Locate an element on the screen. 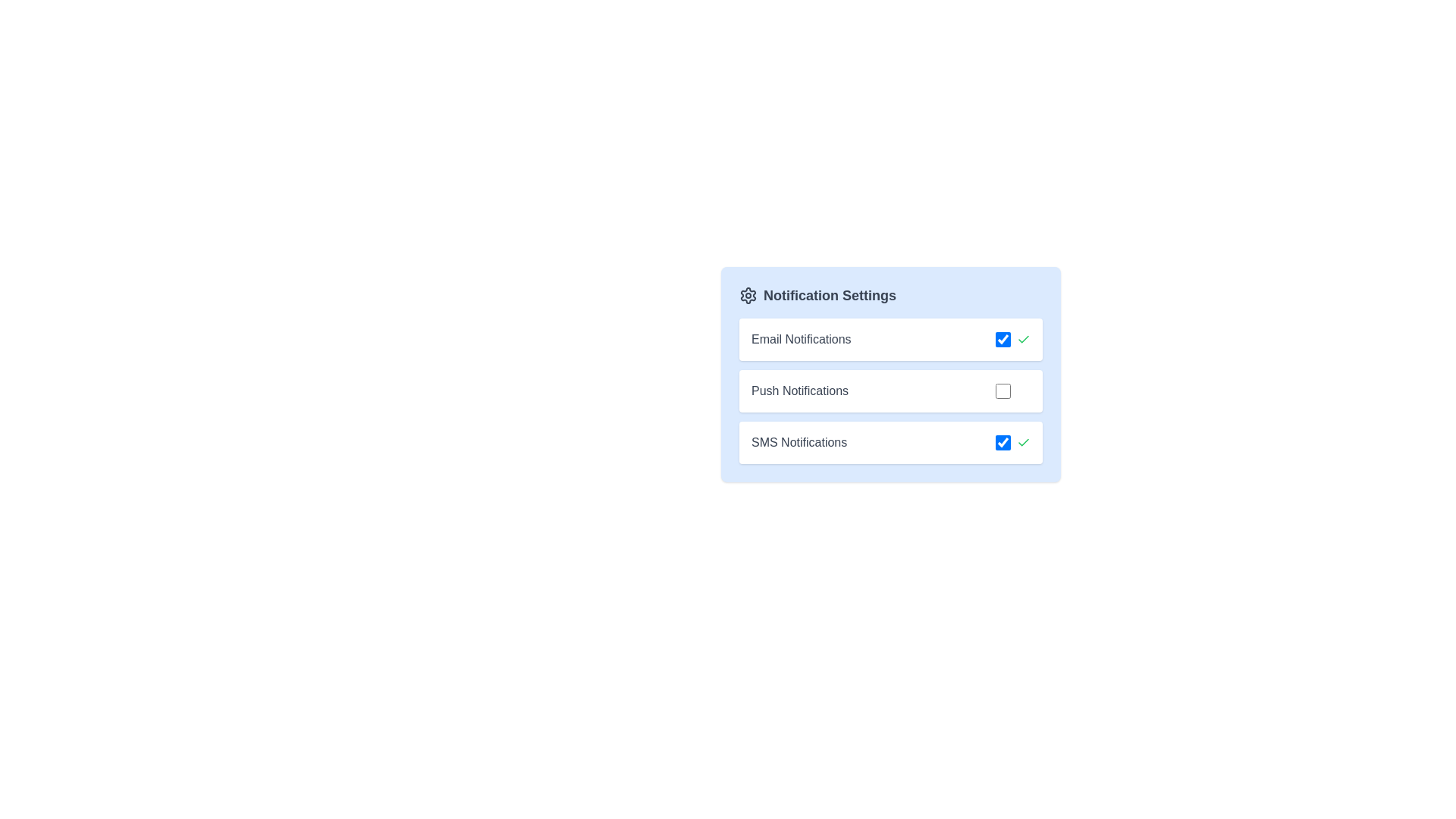 The image size is (1456, 819). settings icon located at the top left of the notification settings card, adjacent to the text 'Notification Settings' is located at coordinates (748, 295).